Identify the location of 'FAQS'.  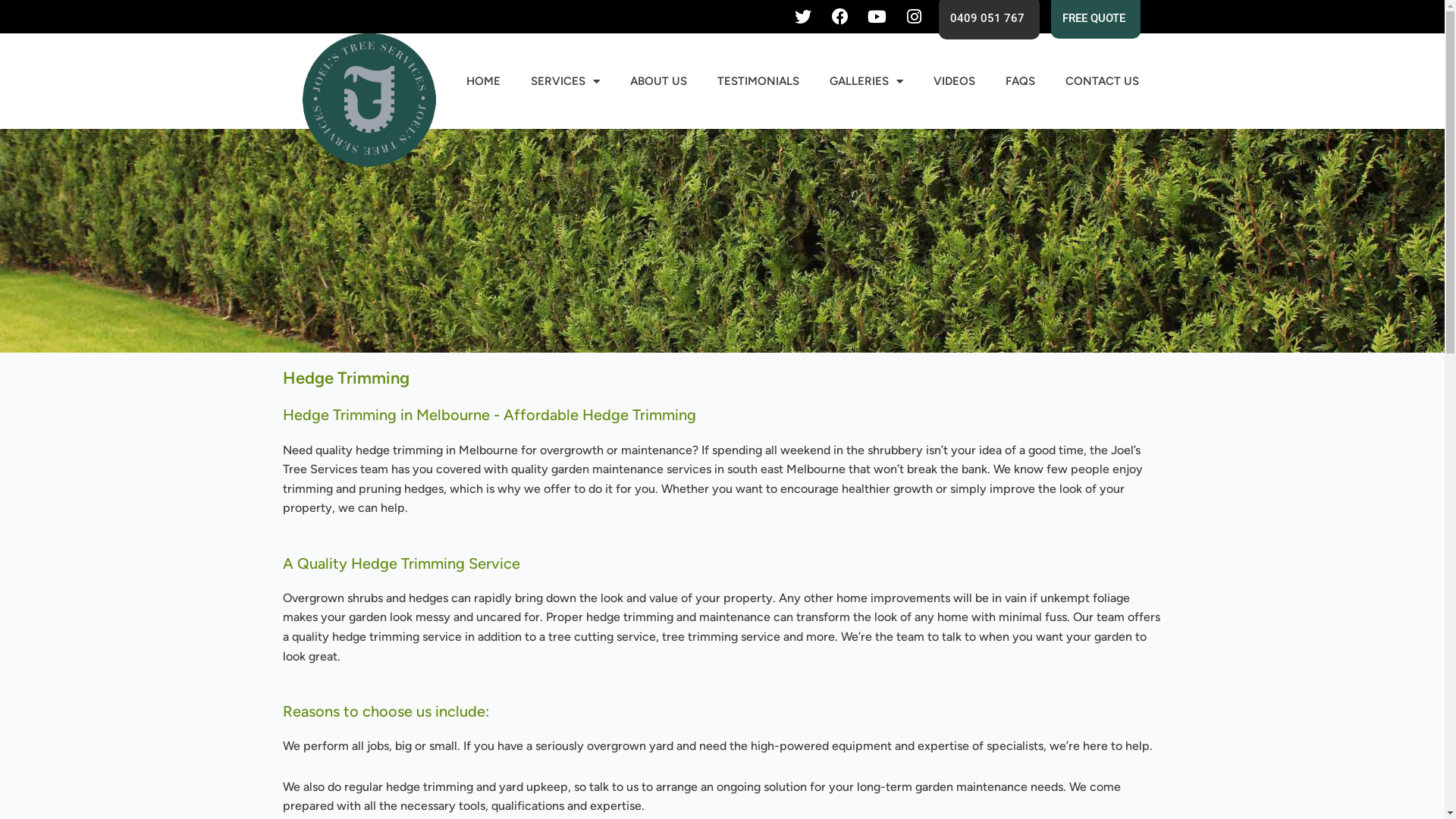
(1020, 81).